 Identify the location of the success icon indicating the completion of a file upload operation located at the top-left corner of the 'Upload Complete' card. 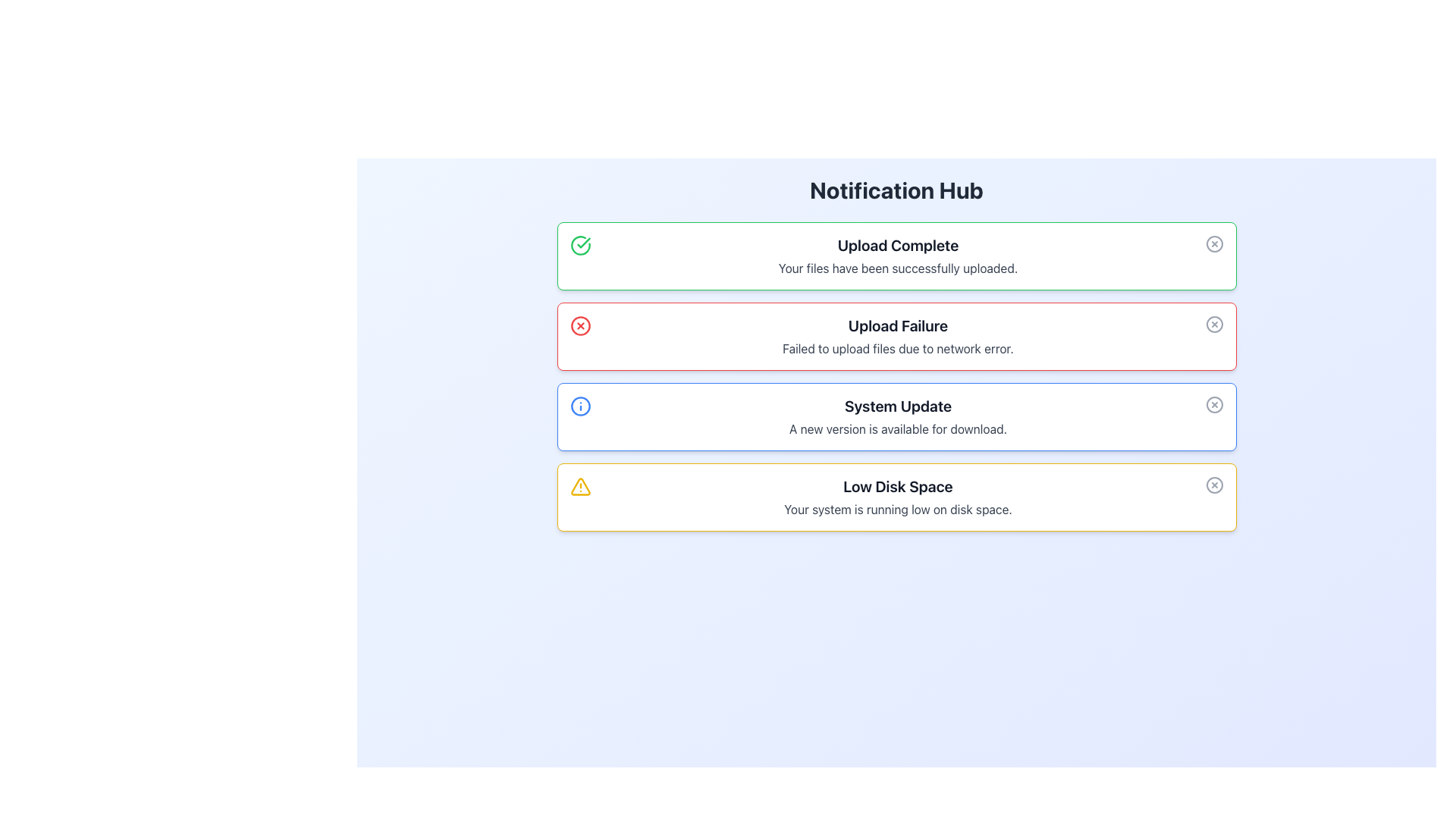
(579, 245).